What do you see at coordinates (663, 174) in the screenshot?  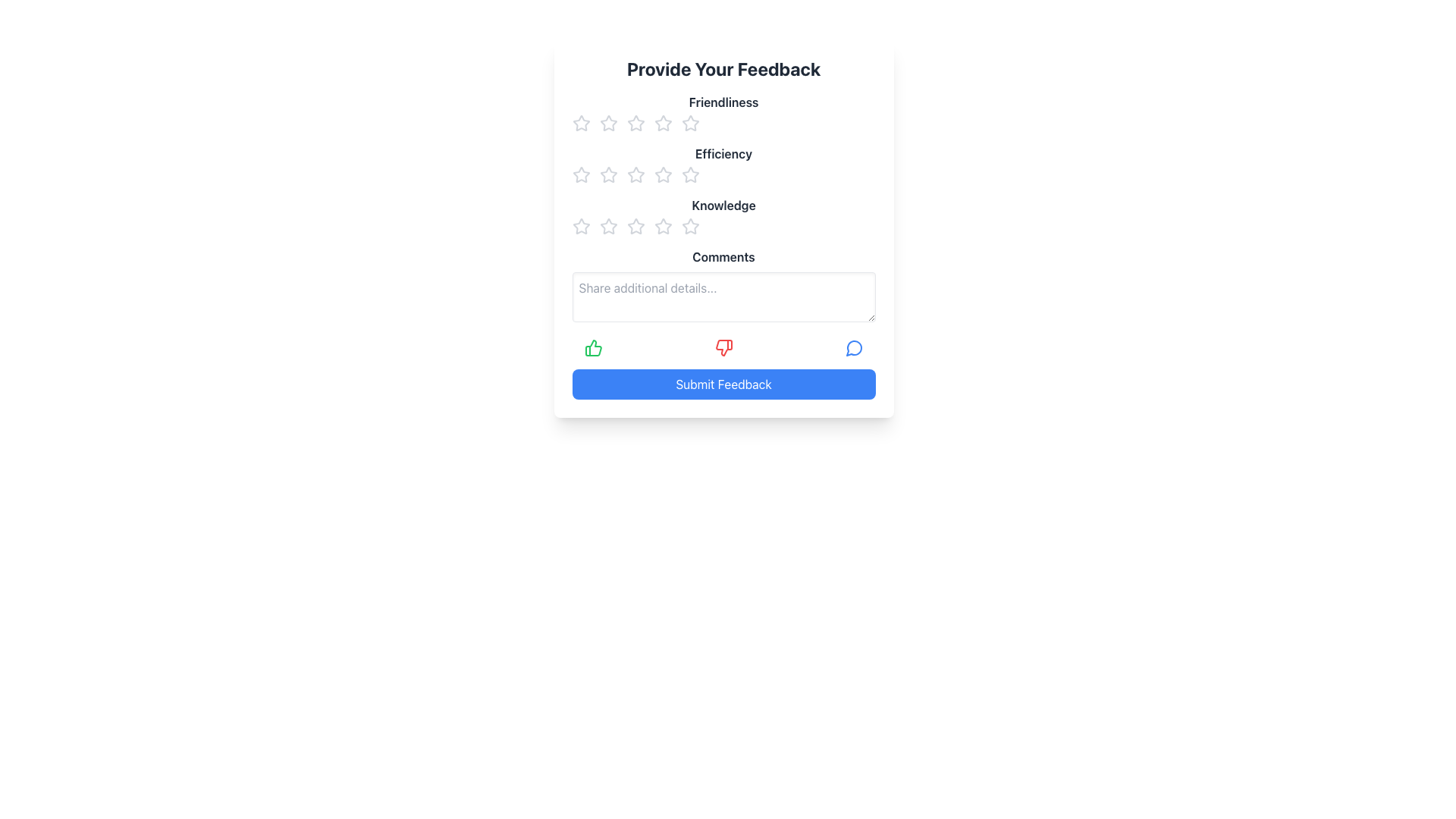 I see `on the fourth star icon in the set of five stars under the 'Efficiency' label` at bounding box center [663, 174].